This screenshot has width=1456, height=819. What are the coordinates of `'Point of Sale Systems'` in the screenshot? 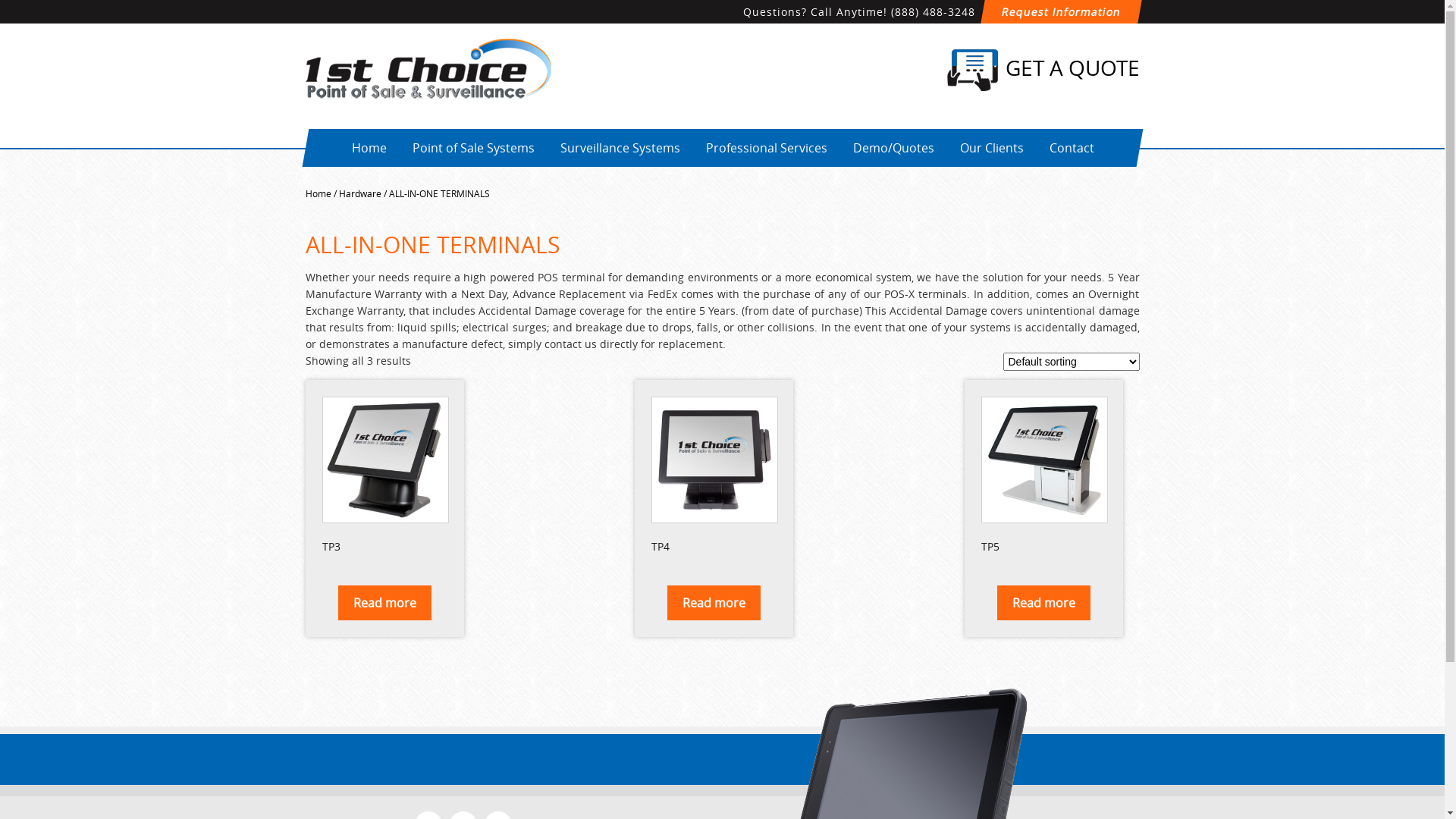 It's located at (472, 148).